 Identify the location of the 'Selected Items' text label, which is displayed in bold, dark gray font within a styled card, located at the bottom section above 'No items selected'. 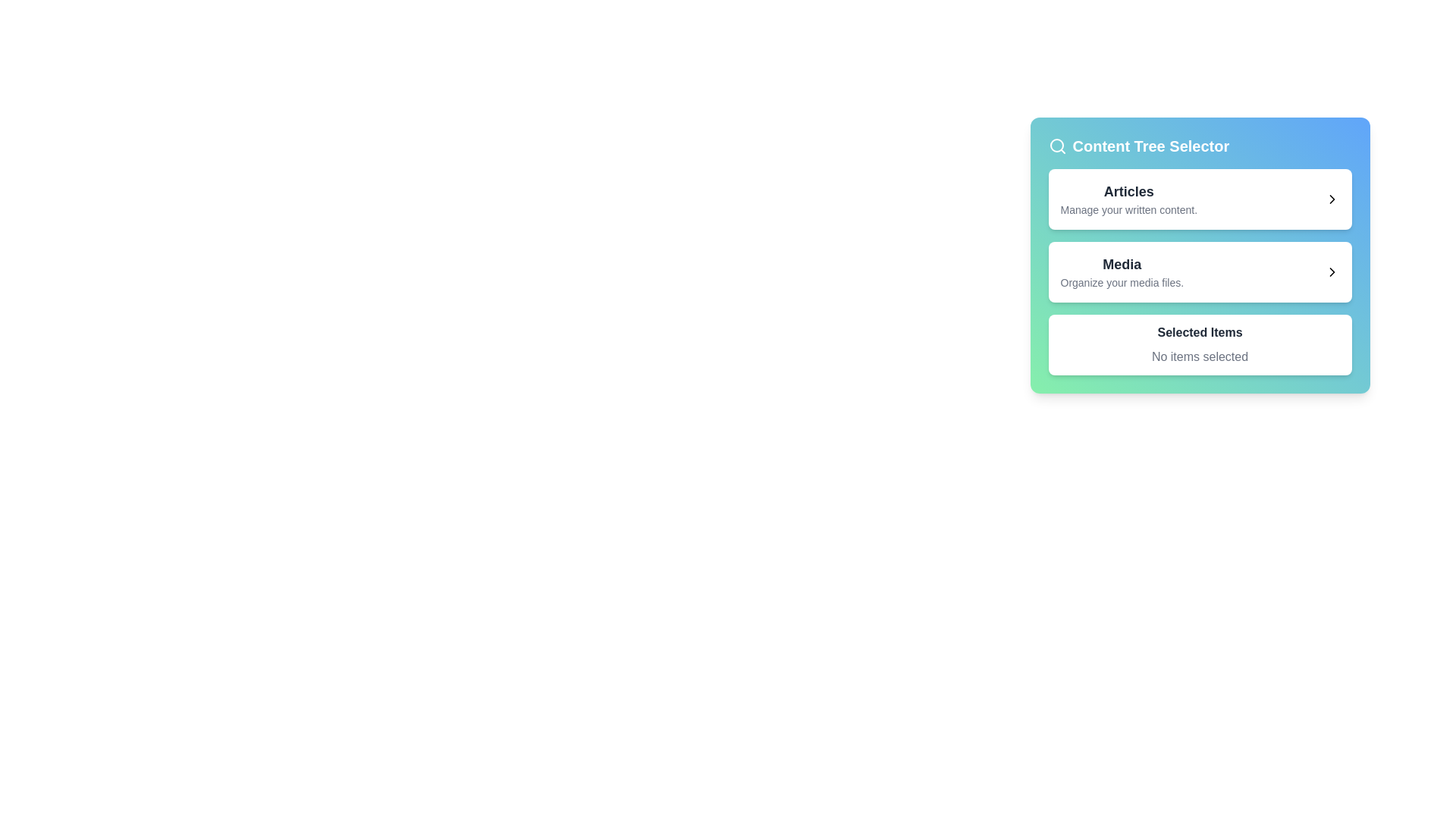
(1199, 332).